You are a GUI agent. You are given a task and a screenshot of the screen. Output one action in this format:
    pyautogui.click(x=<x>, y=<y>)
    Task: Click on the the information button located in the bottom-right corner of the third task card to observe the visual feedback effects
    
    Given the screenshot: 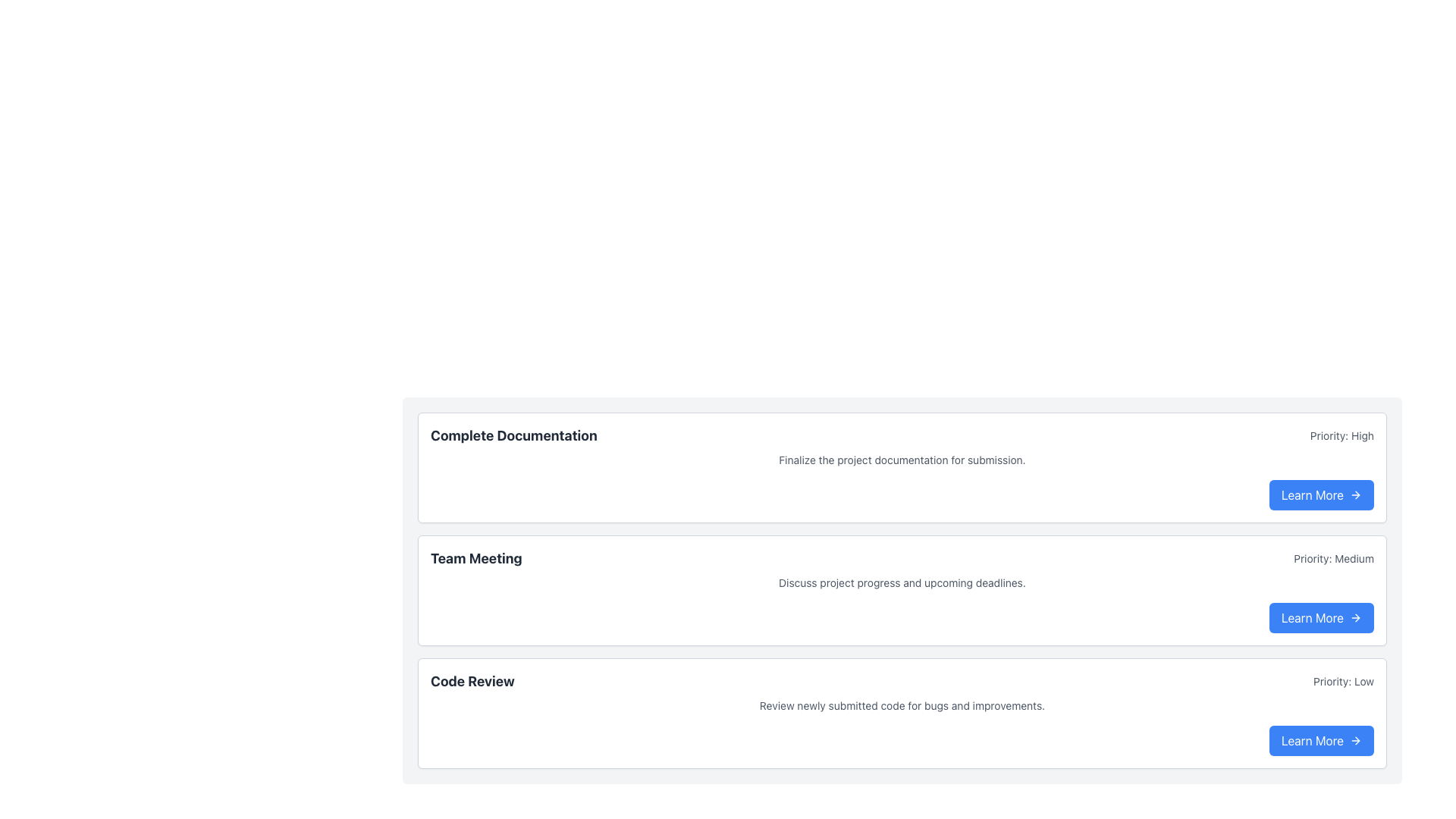 What is the action you would take?
    pyautogui.click(x=1320, y=617)
    